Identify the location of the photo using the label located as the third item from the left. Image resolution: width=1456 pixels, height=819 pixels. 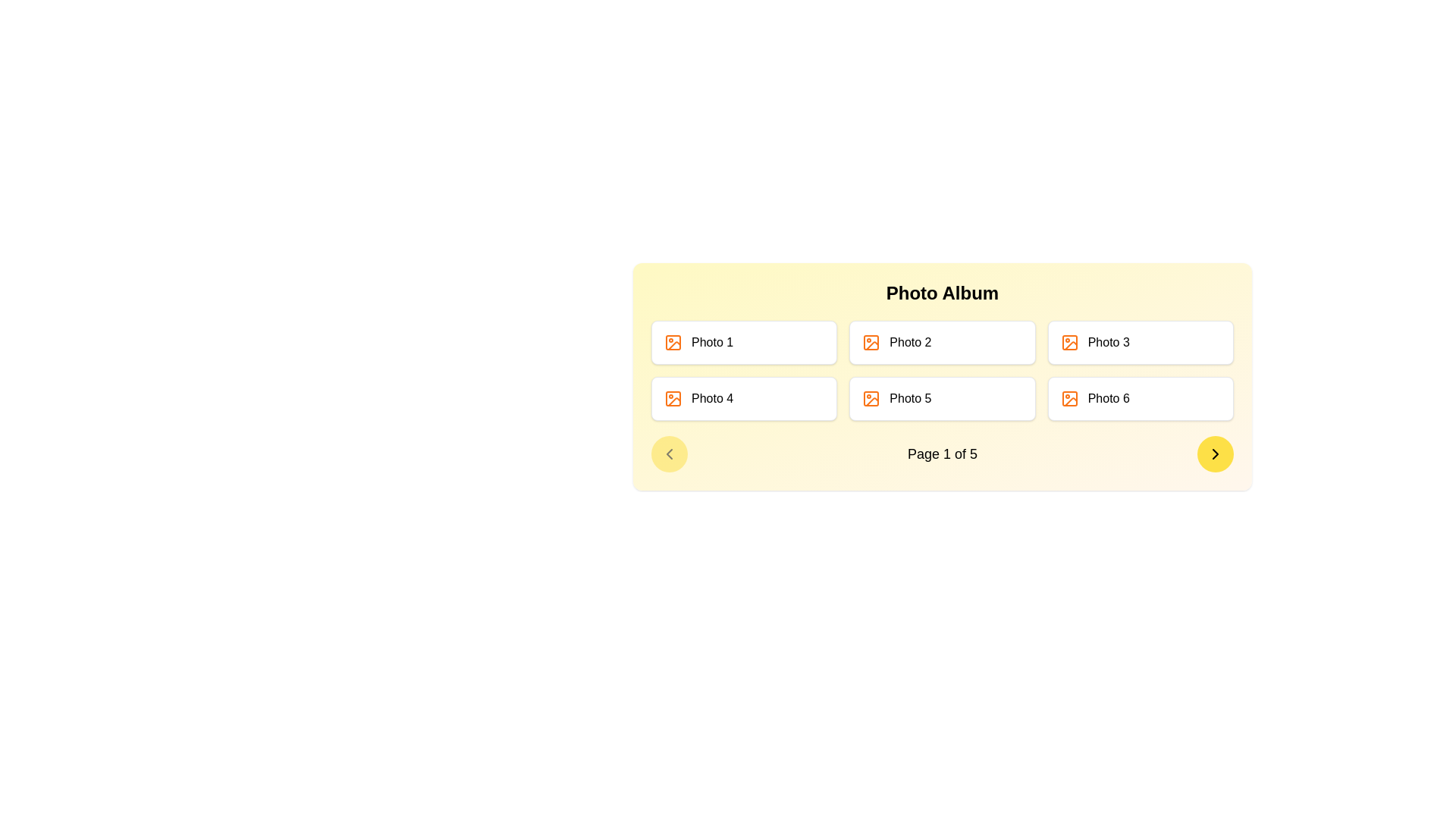
(1109, 342).